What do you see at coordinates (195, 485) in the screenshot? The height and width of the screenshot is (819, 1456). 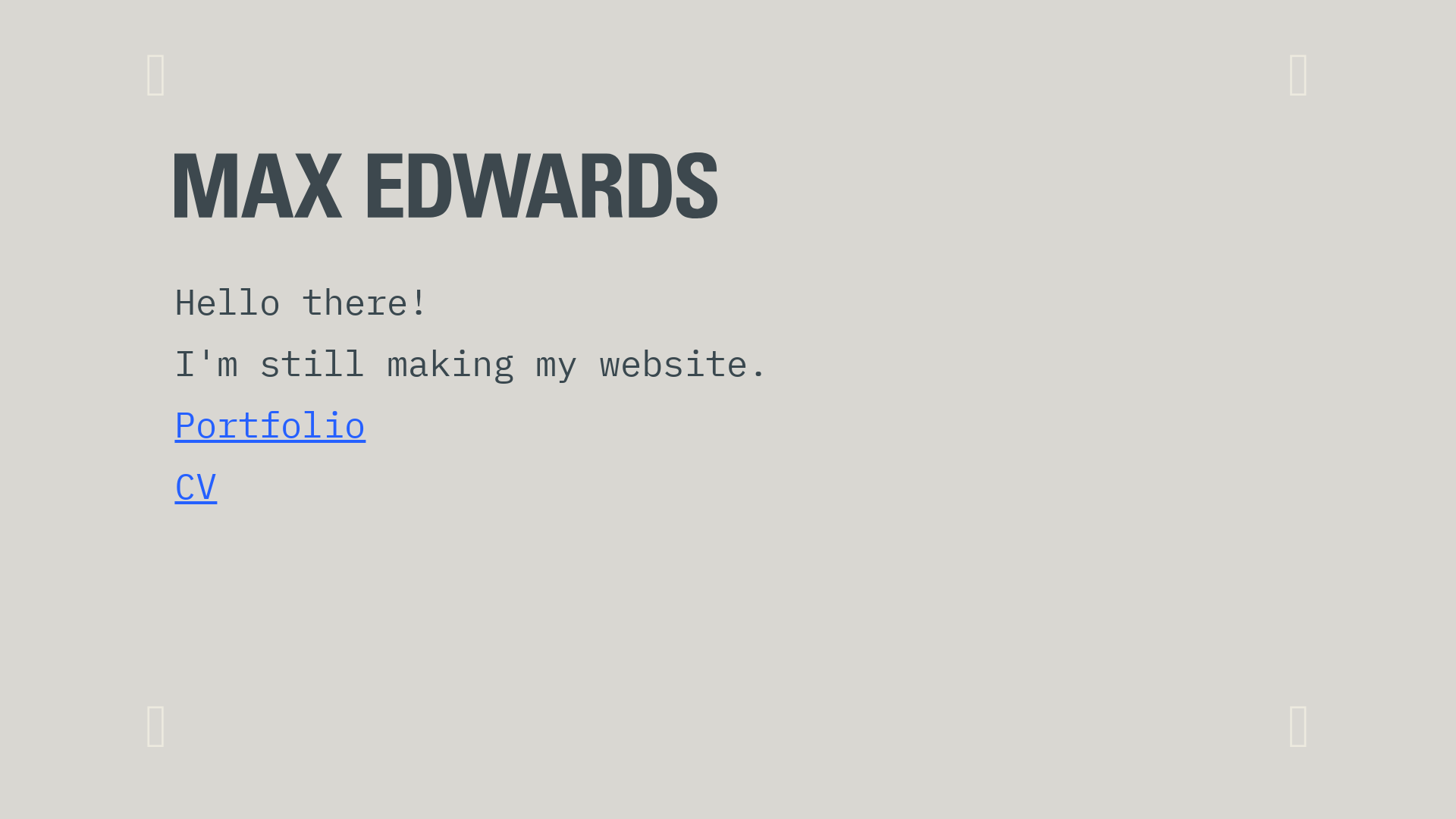 I see `'CV'` at bounding box center [195, 485].